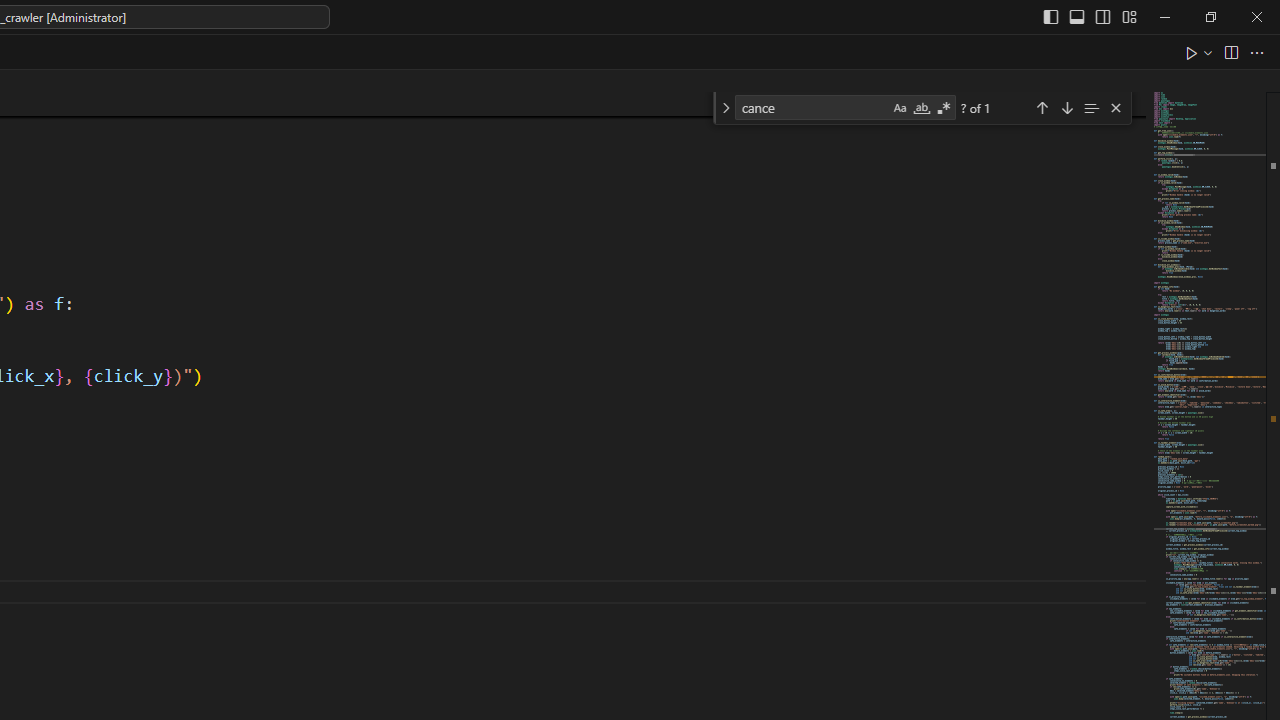  Describe the element at coordinates (1255, 51) in the screenshot. I see `'More Actions...'` at that location.